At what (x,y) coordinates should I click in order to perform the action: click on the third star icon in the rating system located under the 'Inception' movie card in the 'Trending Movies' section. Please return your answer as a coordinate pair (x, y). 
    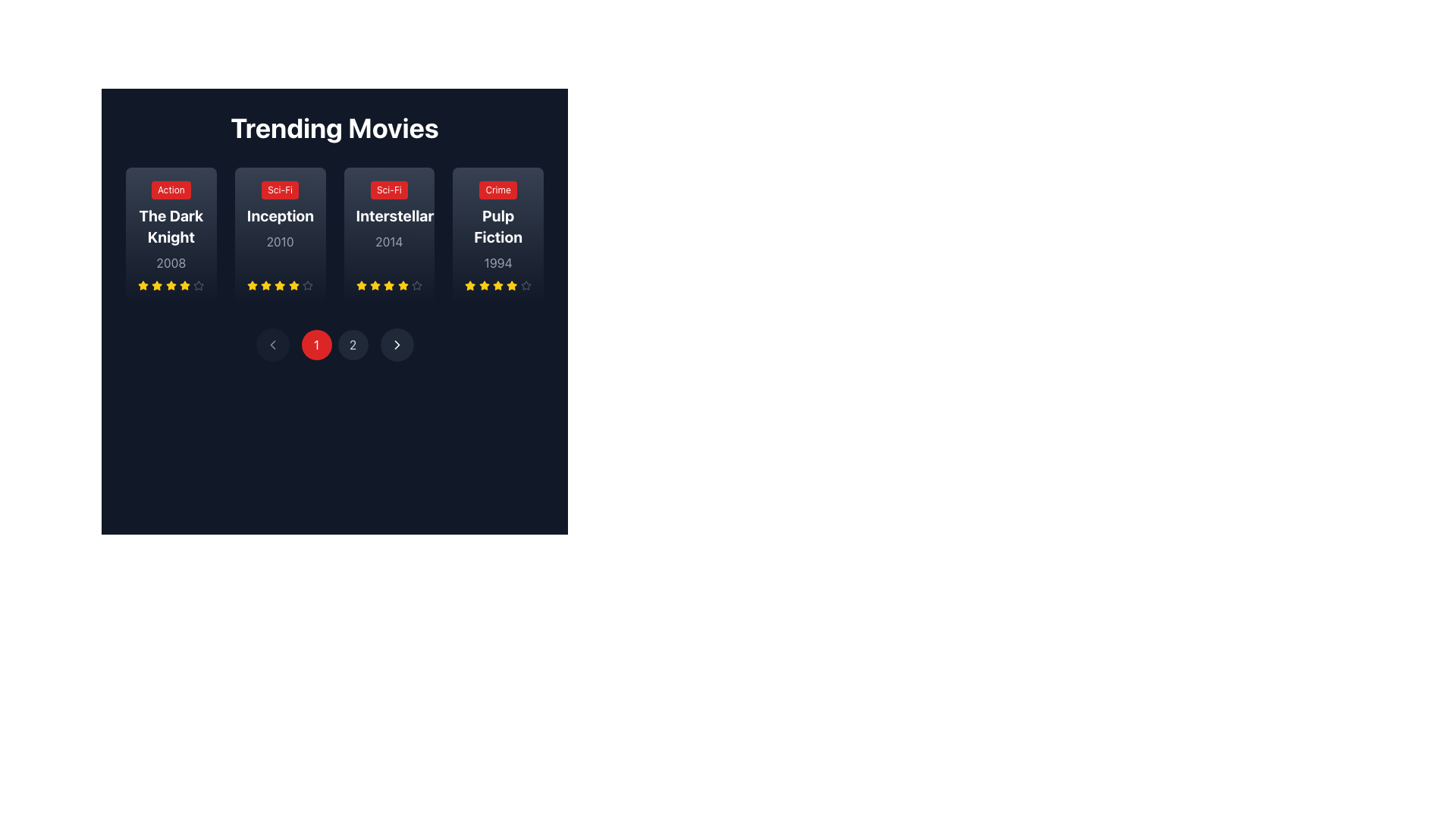
    Looking at the image, I should click on (252, 285).